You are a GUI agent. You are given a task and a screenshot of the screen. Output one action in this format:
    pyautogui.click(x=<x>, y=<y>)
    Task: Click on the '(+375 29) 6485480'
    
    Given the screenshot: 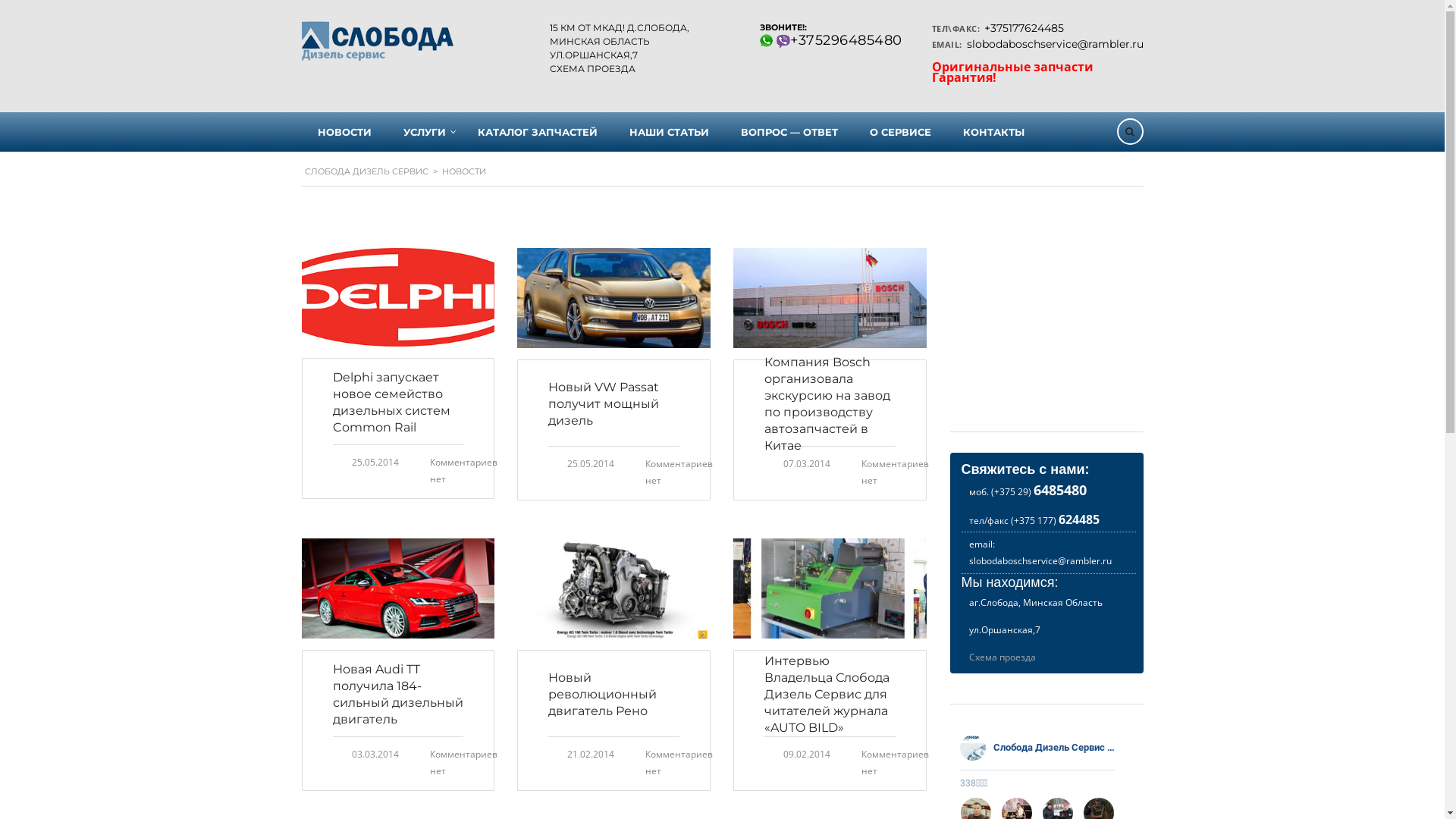 What is the action you would take?
    pyautogui.click(x=990, y=491)
    